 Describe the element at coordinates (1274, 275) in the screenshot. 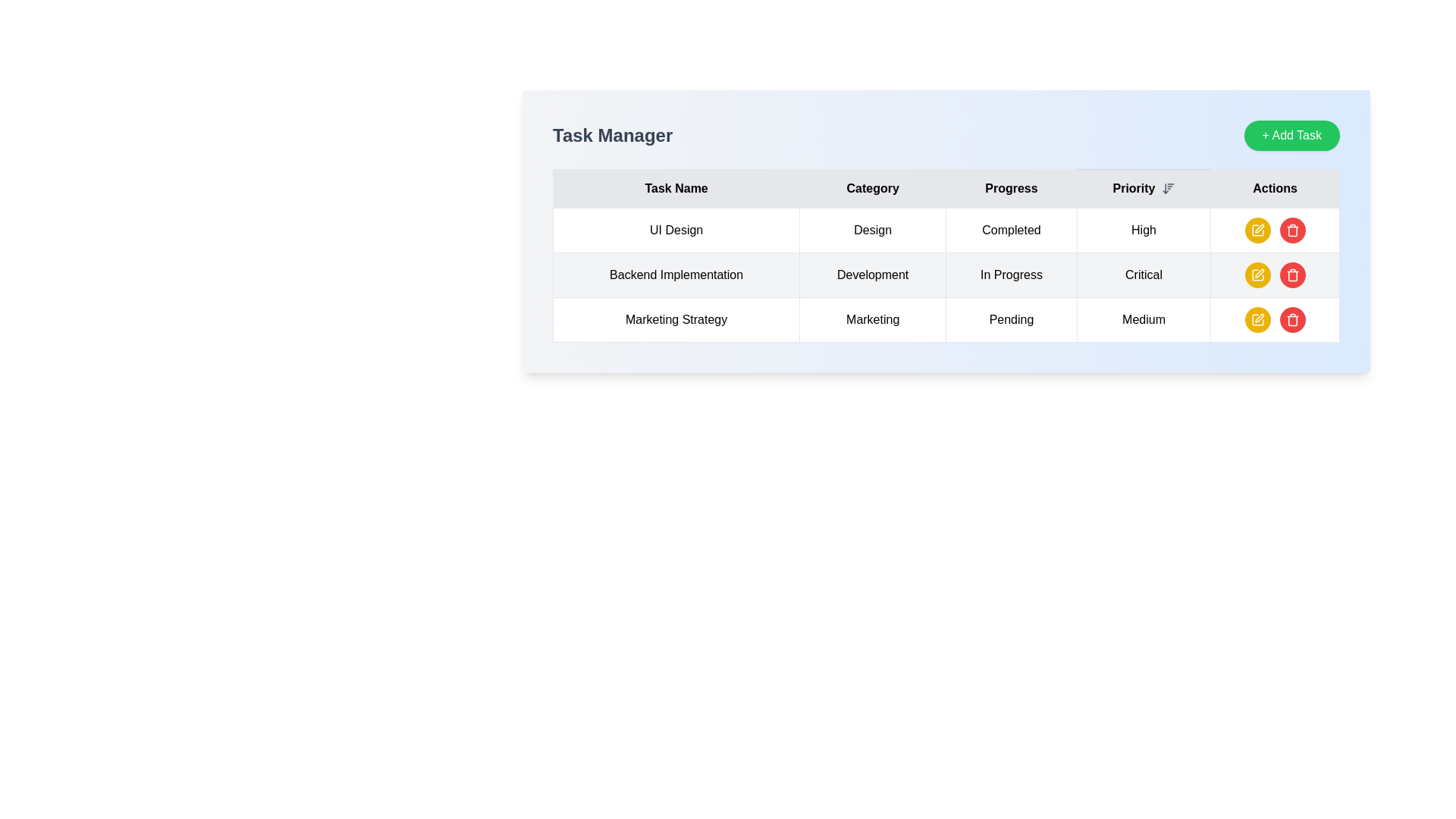

I see `the red circular button with a white trash icon in the 'Actions' column of the 'Task Manager' table` at that location.